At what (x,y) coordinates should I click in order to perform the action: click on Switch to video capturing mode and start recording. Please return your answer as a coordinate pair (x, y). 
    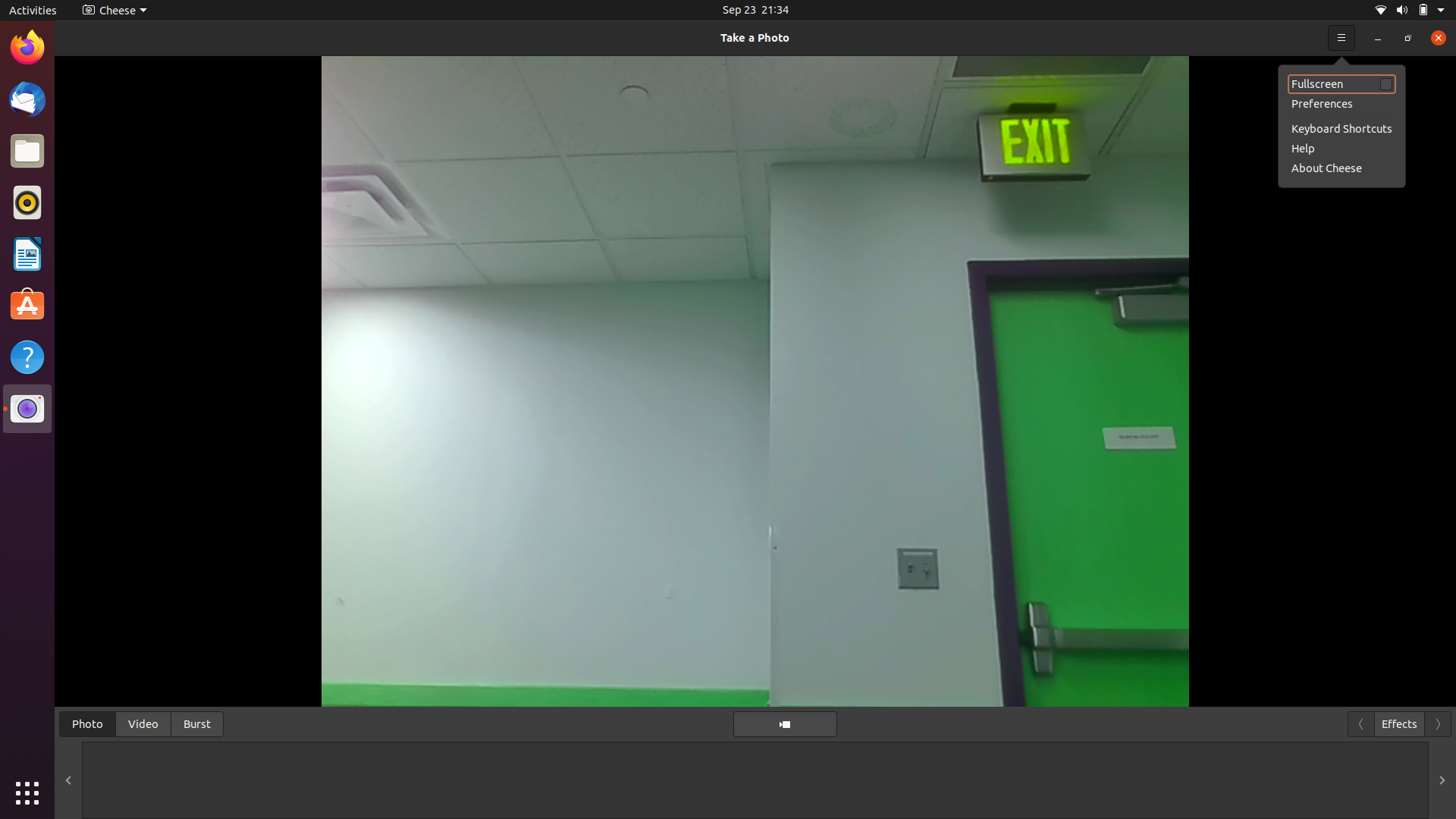
    Looking at the image, I should click on (143, 722).